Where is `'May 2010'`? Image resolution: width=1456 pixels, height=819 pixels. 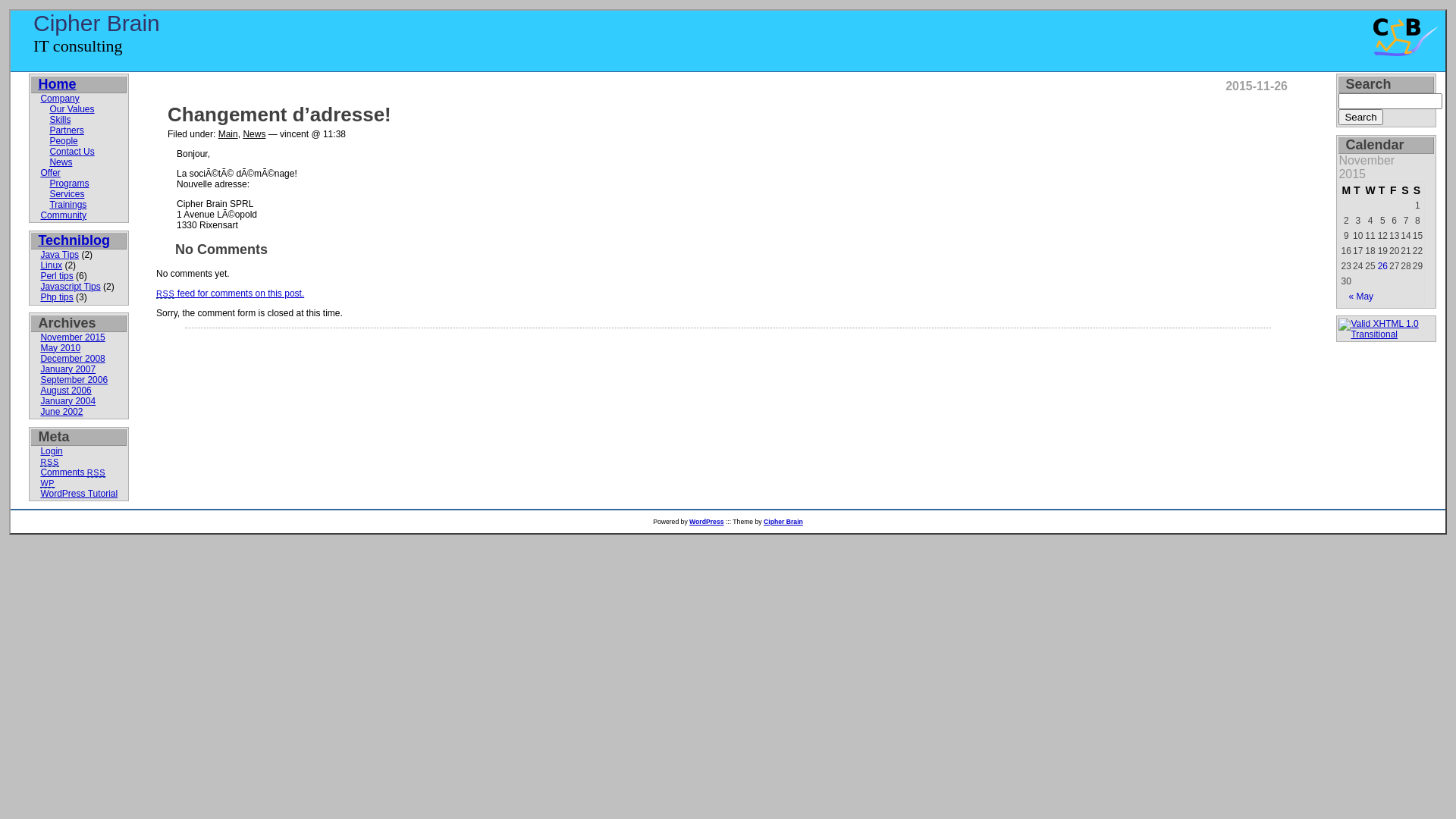 'May 2010' is located at coordinates (60, 348).